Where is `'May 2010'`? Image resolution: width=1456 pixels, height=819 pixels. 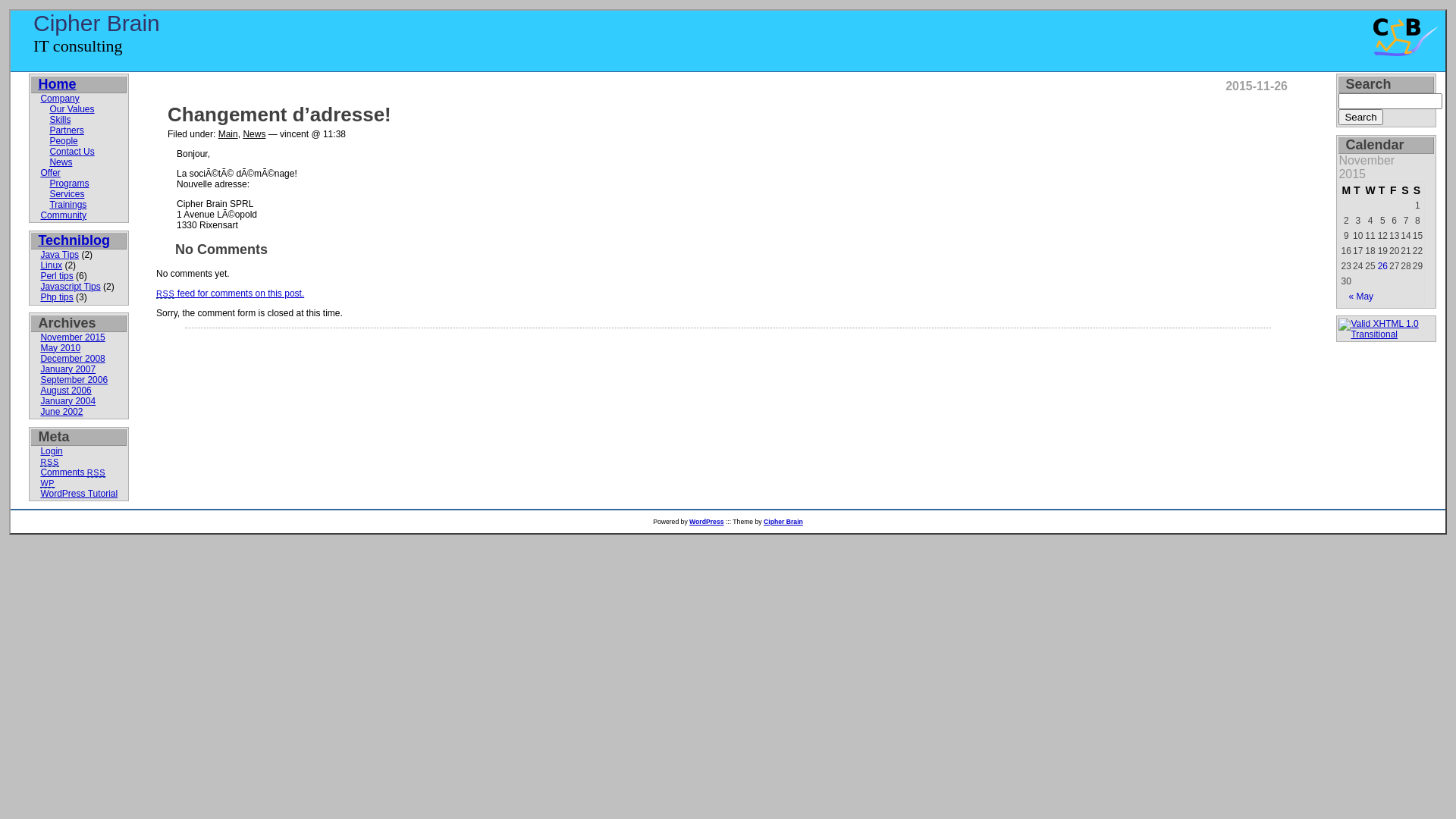 'May 2010' is located at coordinates (60, 348).